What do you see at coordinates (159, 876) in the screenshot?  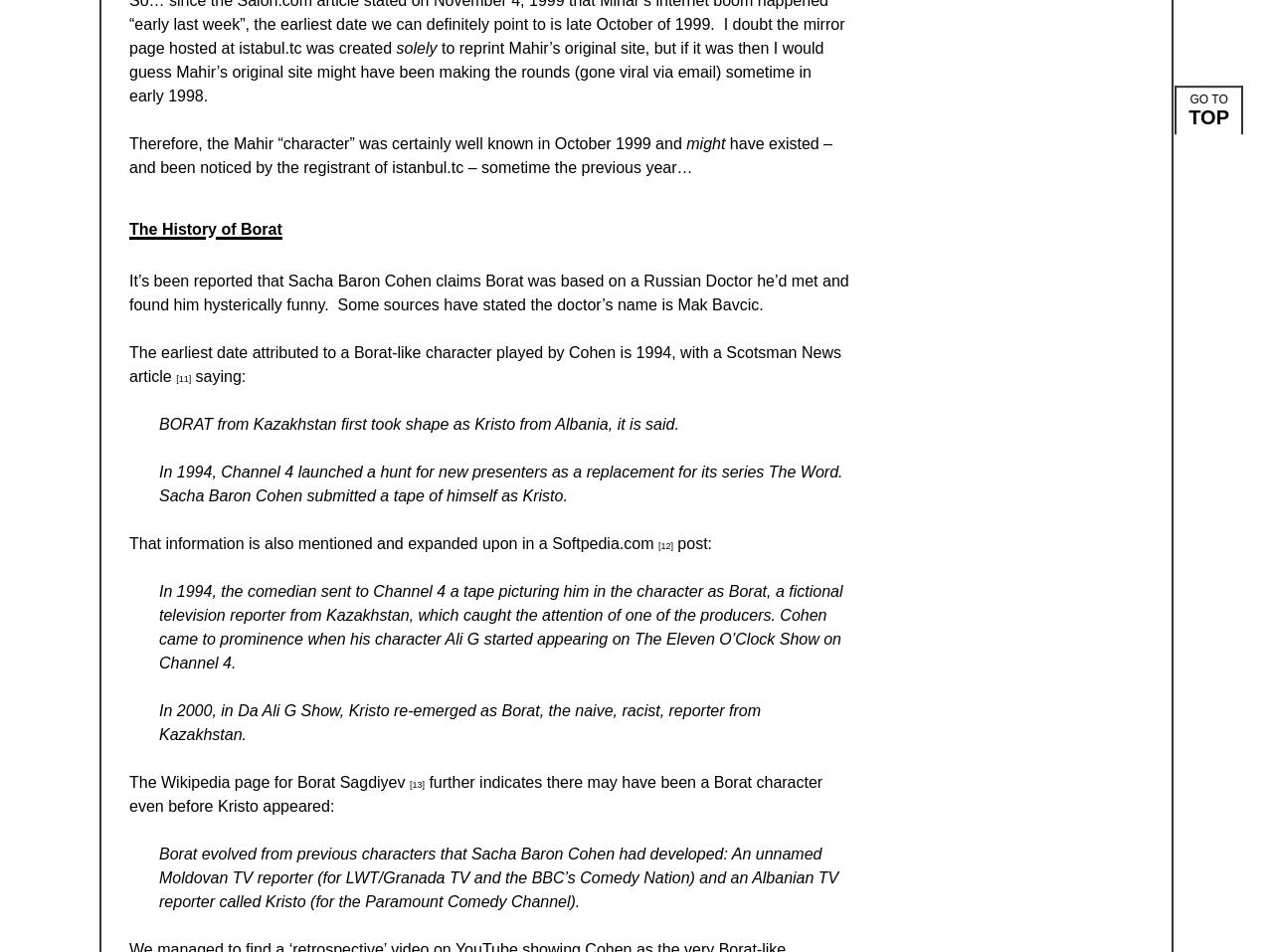 I see `'Borat evolved from previous characters that Sacha Baron Cohen had developed: An unnamed Moldovan TV reporter (for LWT/Granada TV and the BBC’s Comedy Nation) and an Albanian TV reporter called Kristo (for the Paramount Comedy Channel).'` at bounding box center [159, 876].